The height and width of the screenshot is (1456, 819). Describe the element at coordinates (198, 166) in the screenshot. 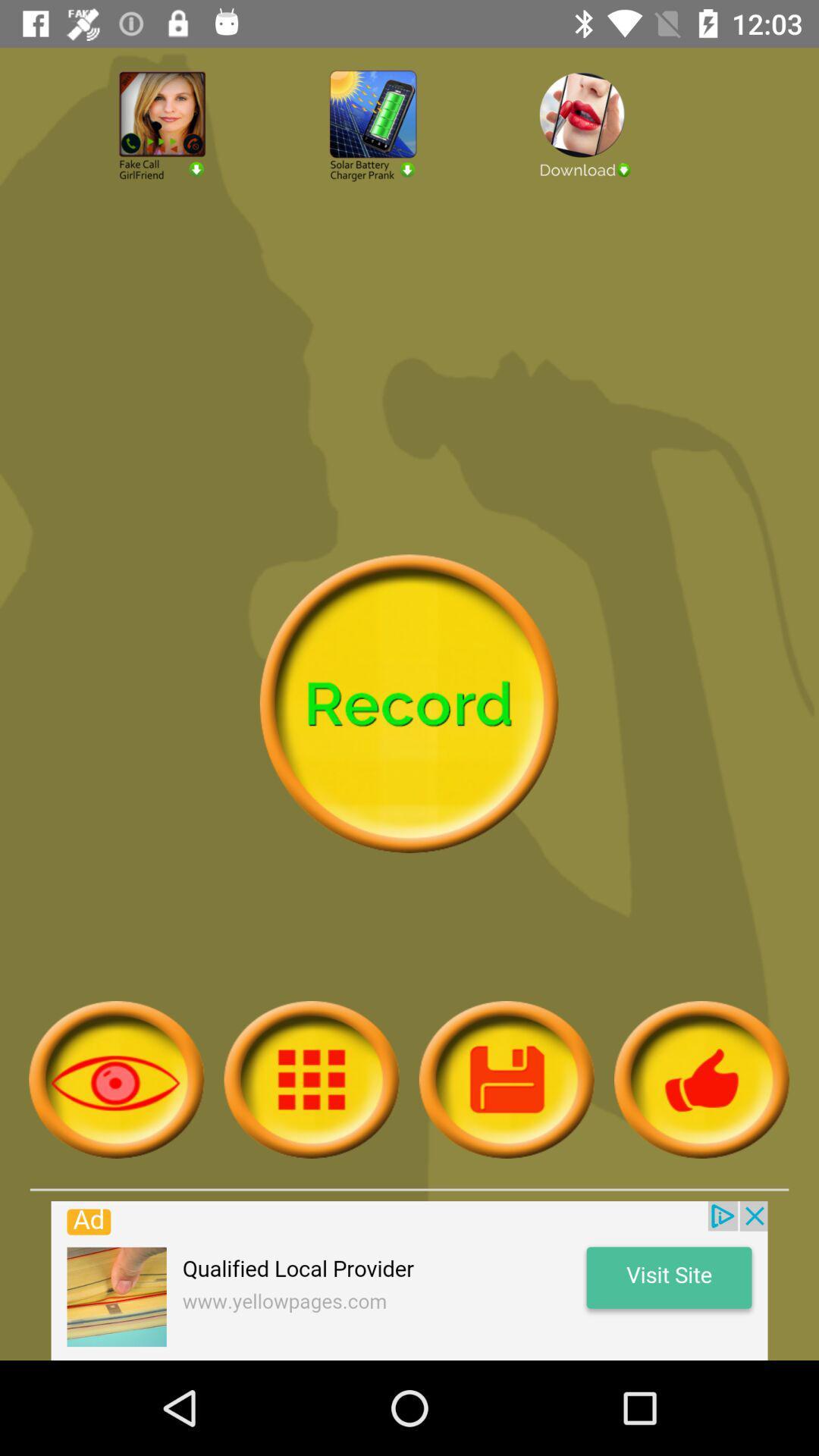

I see `call button` at that location.